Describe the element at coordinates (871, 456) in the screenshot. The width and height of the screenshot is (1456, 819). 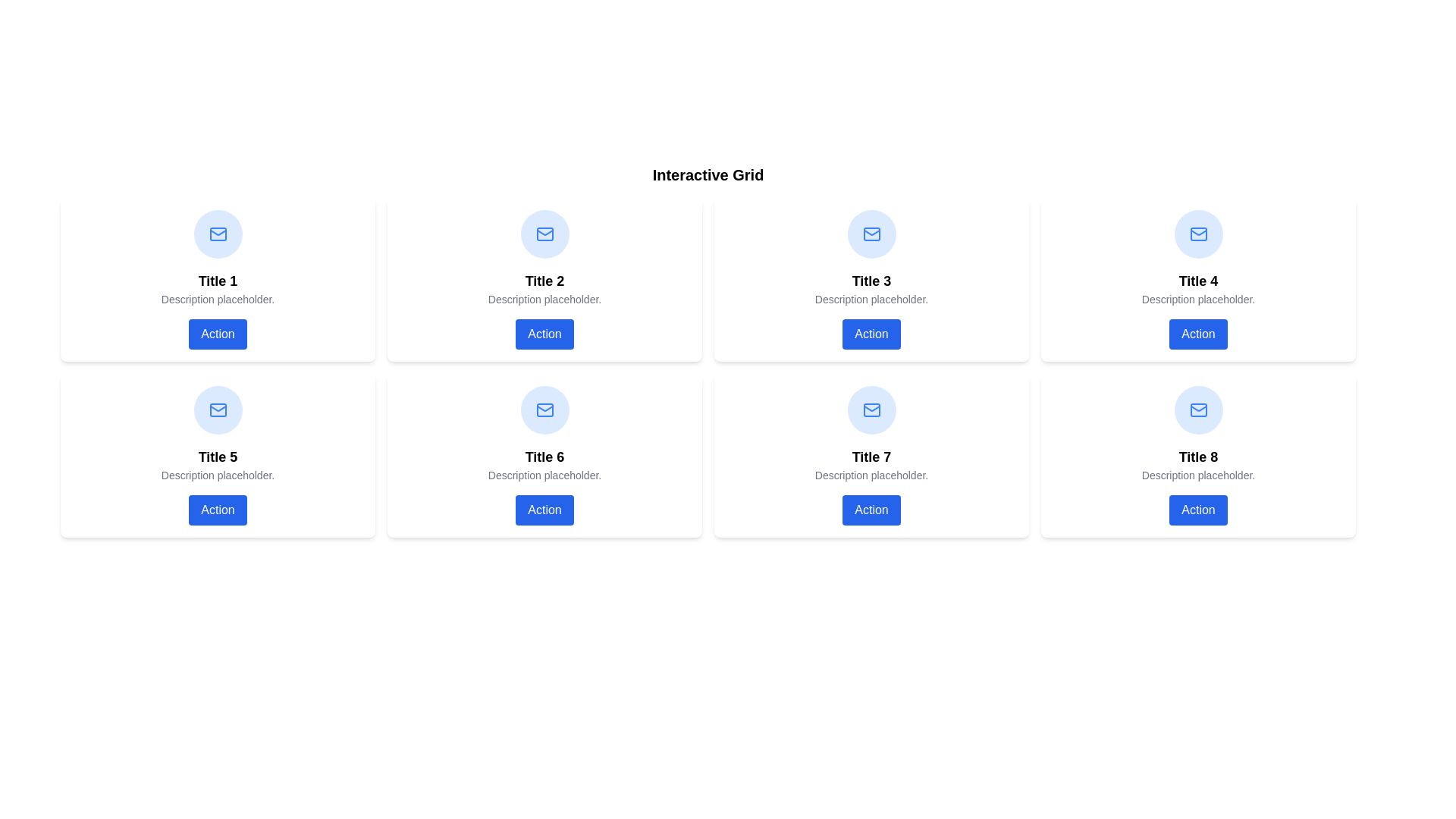
I see `text element displaying 'Title 7' which is located in the second row and third column of a card layout` at that location.